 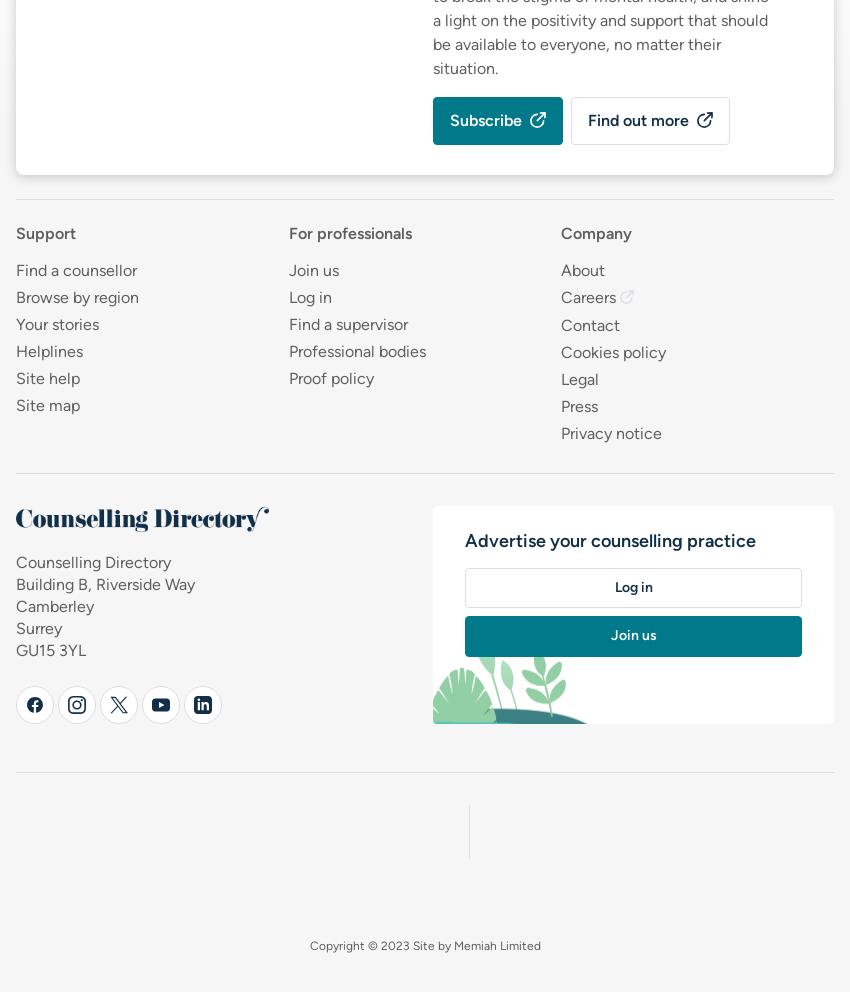 I want to click on 'Contact', so click(x=590, y=324).